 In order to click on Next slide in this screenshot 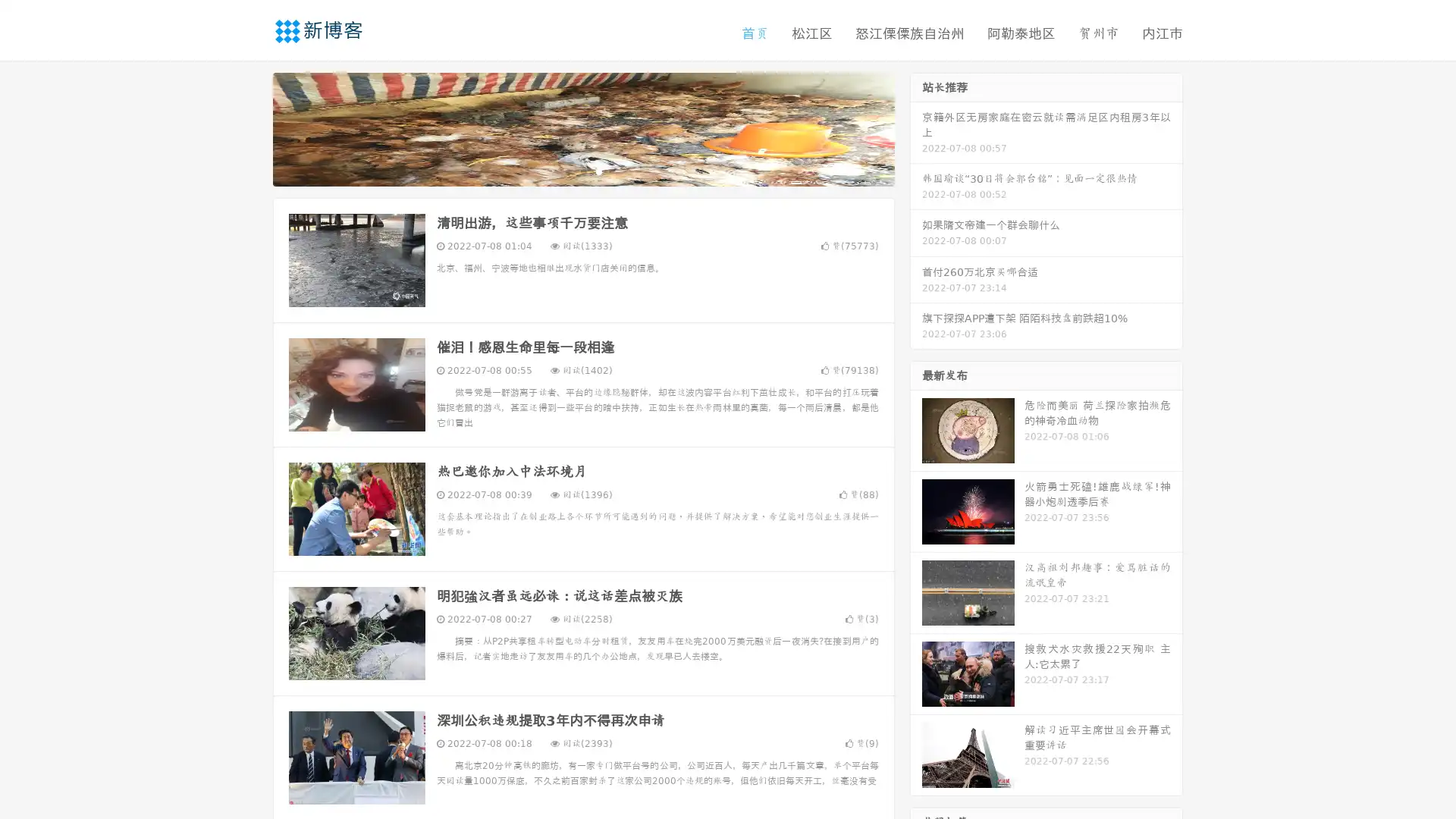, I will do `click(916, 127)`.